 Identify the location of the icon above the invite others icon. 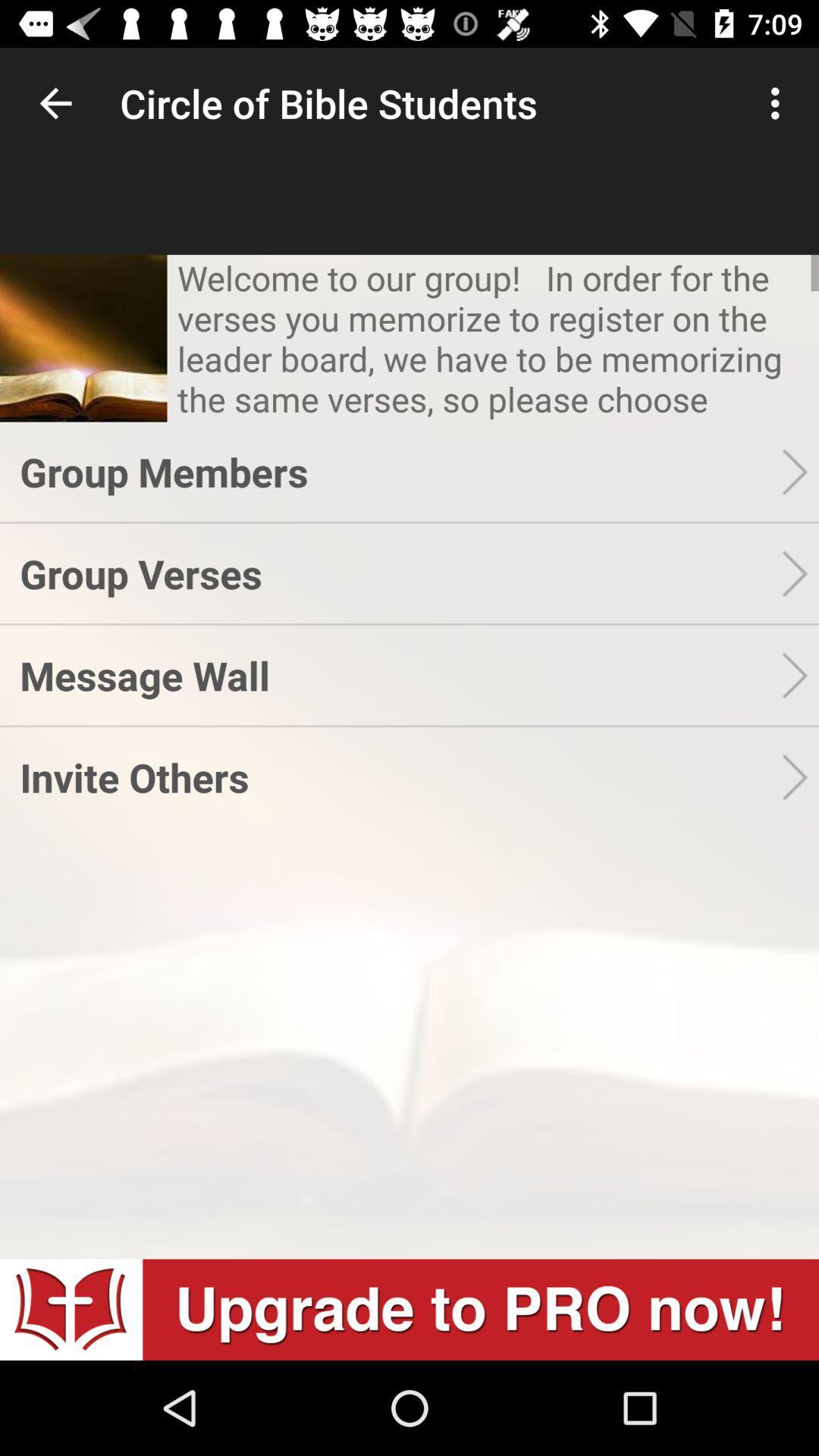
(400, 674).